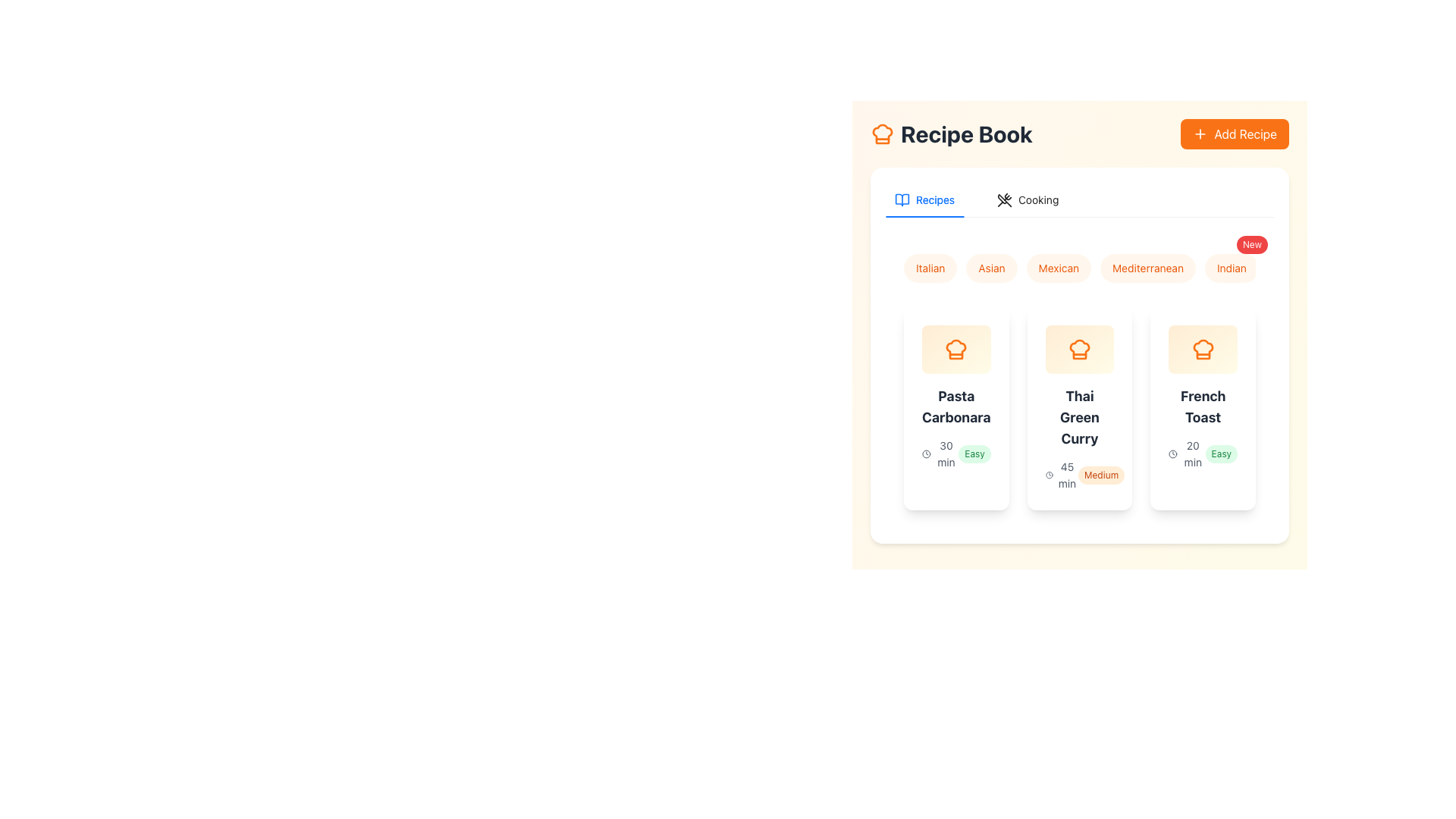 The image size is (1456, 819). Describe the element at coordinates (950, 133) in the screenshot. I see `the 'Recipe Book' header element, which is a prominently styled text component in bold black font, located near the top-left corner of the interface, adjacent to a chef hat icon` at that location.